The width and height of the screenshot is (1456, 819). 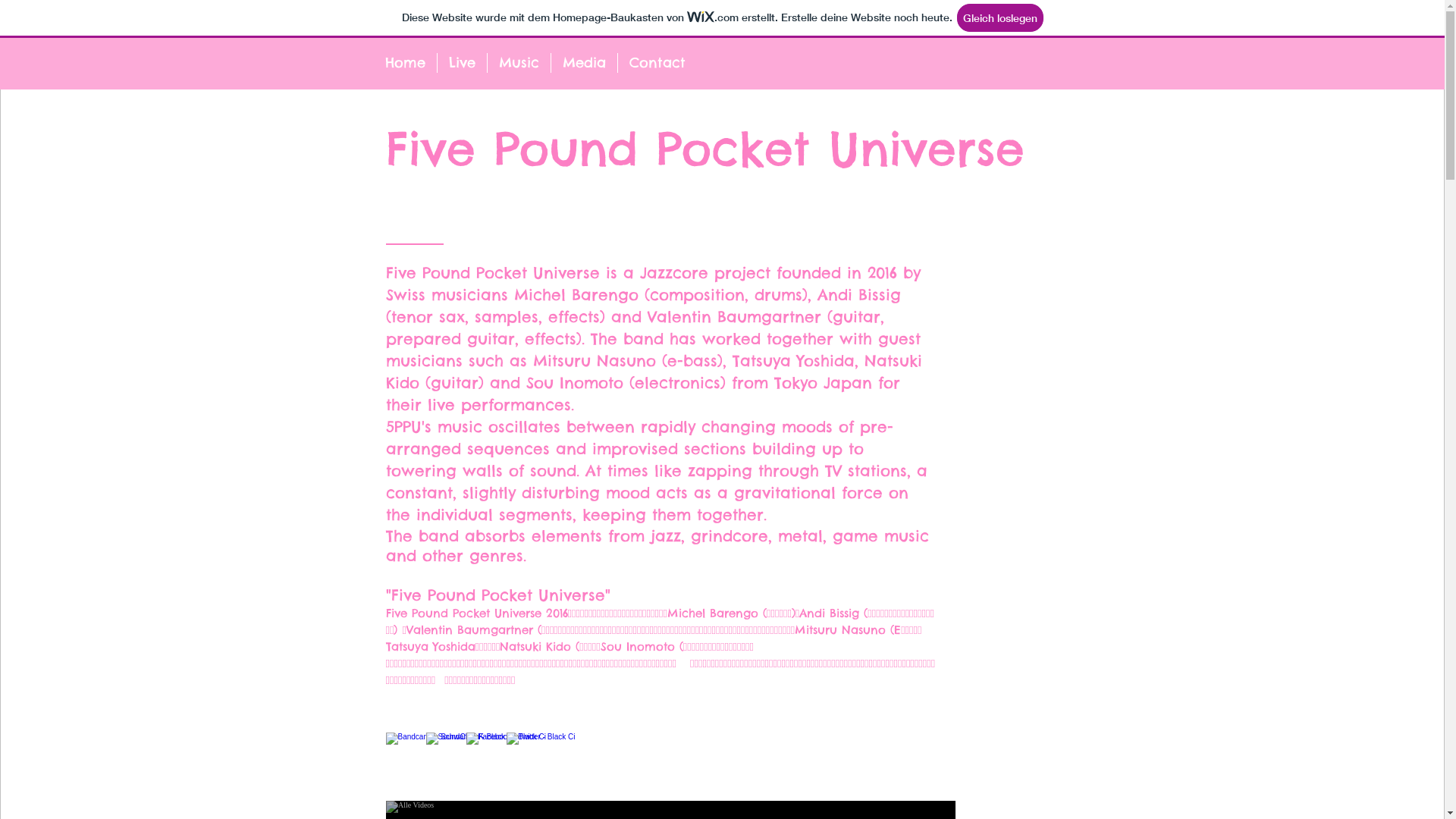 I want to click on 'Media', so click(x=582, y=62).